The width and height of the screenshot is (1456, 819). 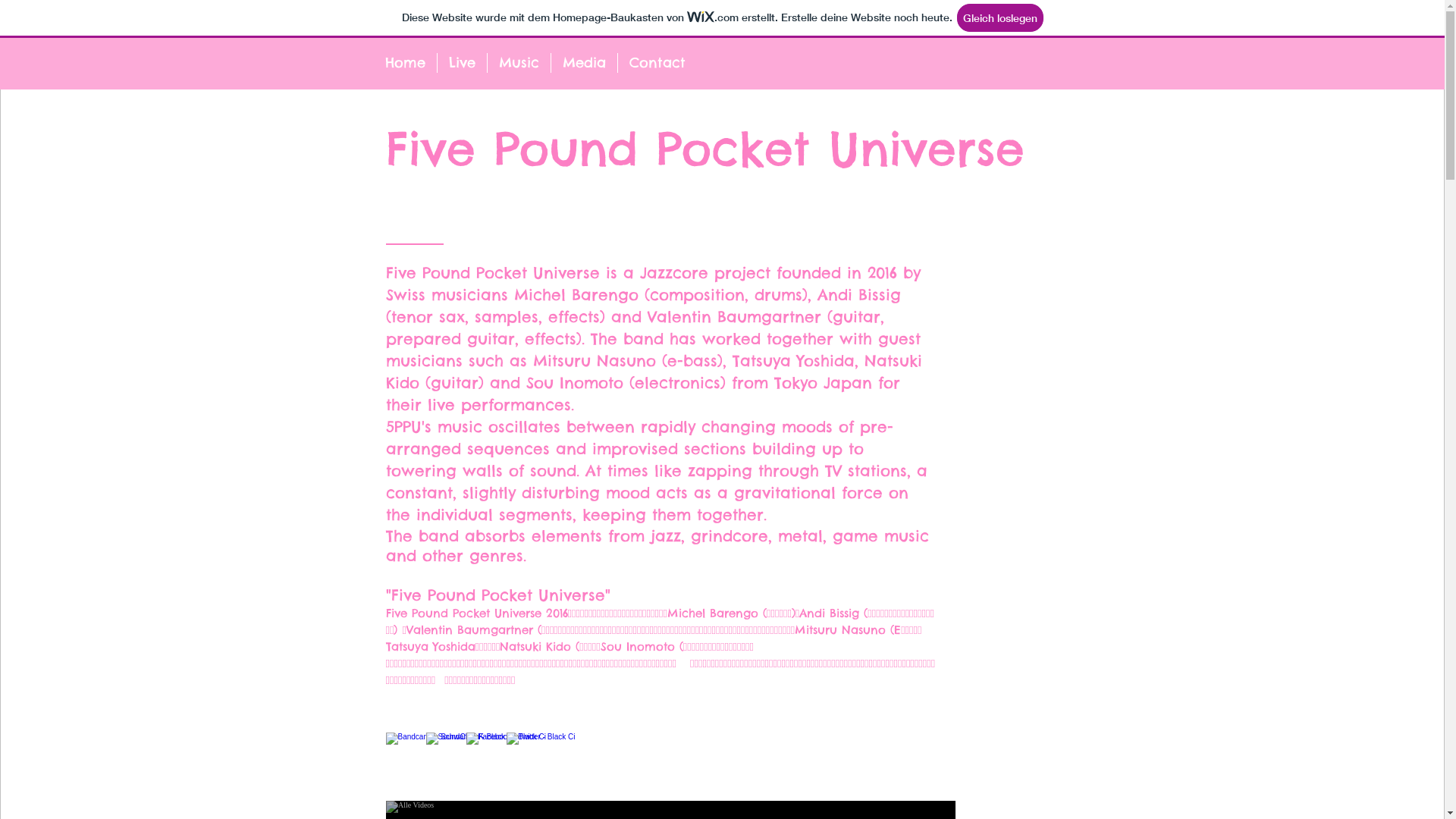 I want to click on 'Media', so click(x=582, y=62).